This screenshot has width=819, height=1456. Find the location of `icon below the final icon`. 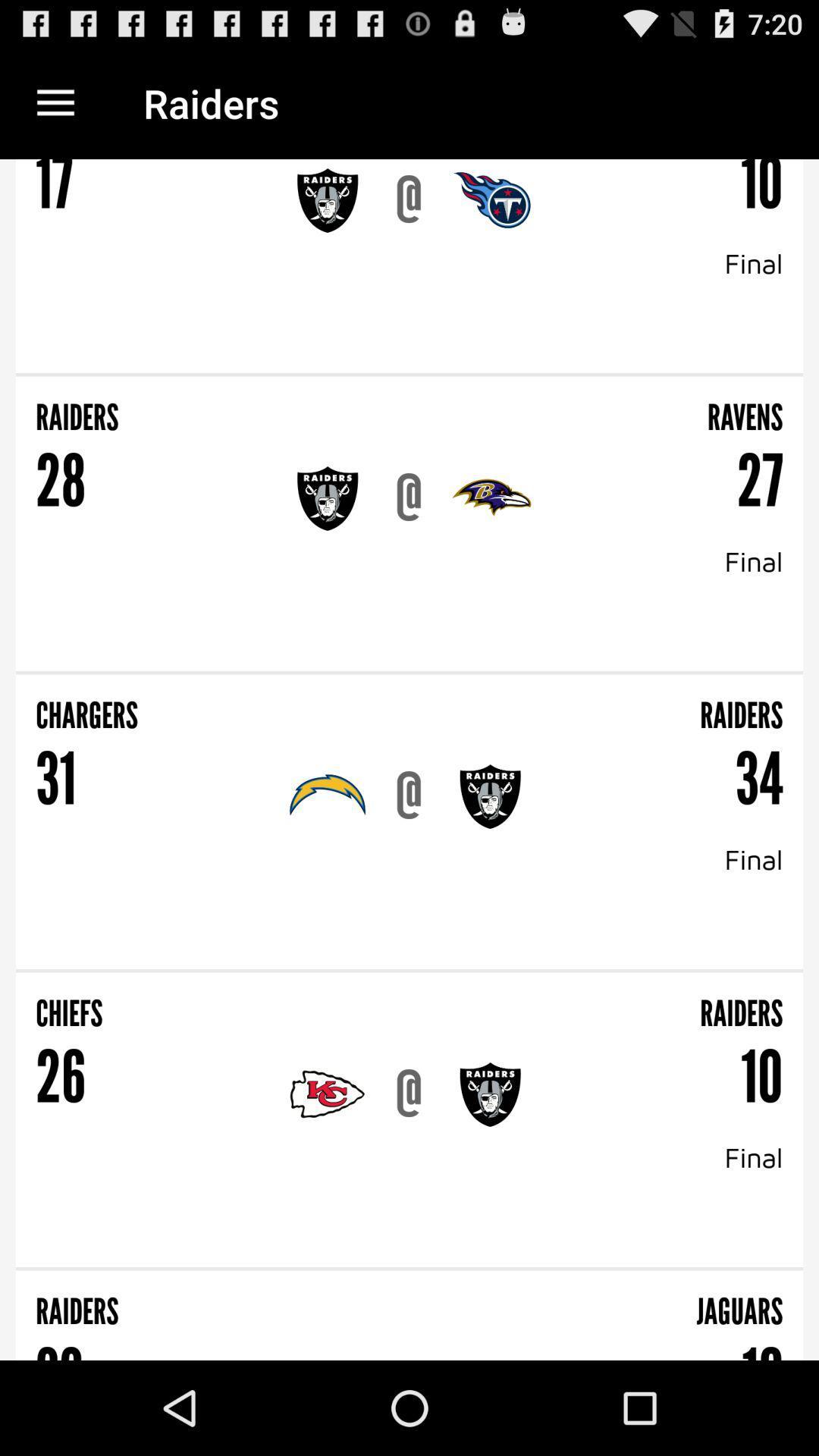

icon below the final icon is located at coordinates (409, 375).